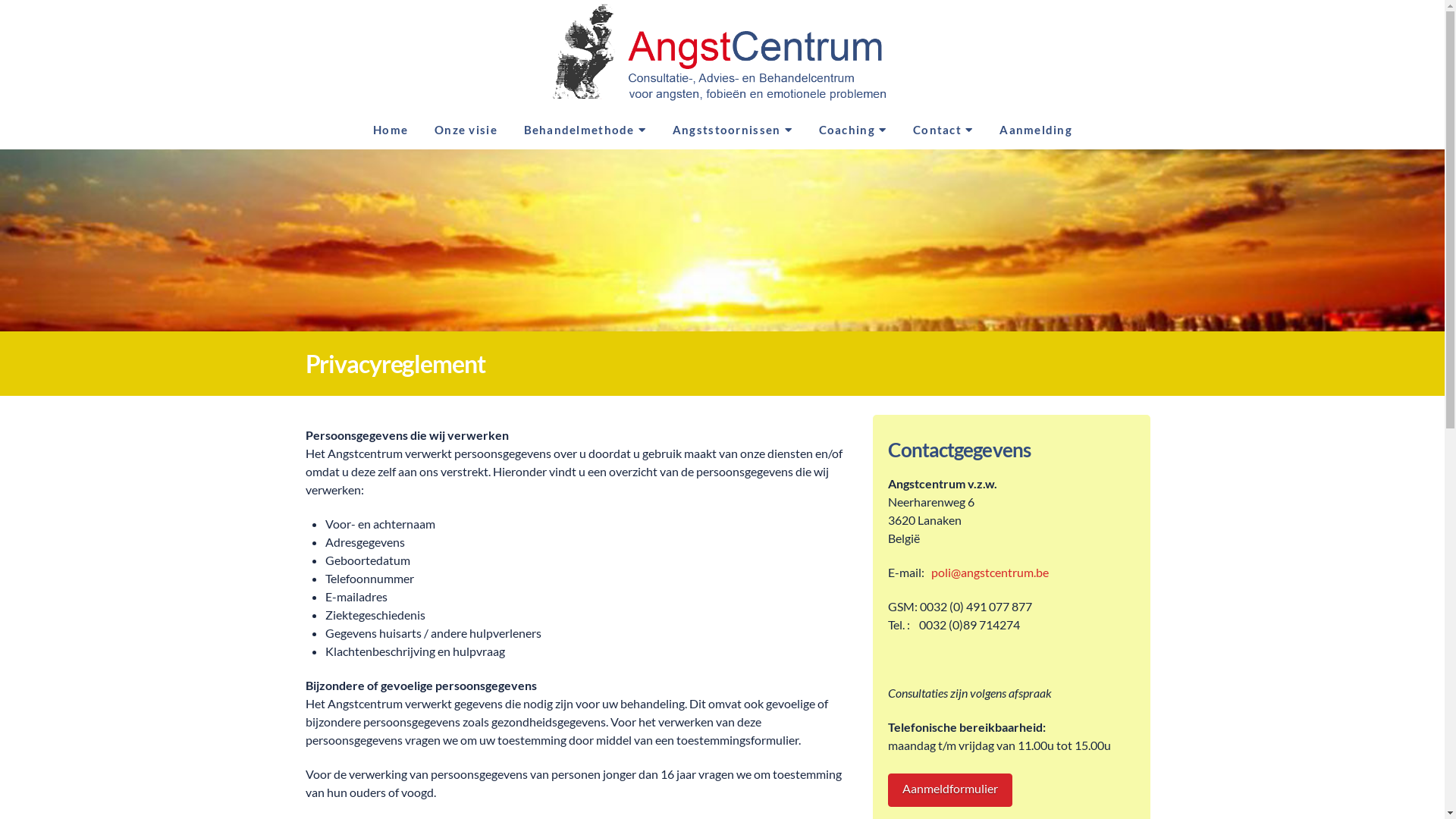 The width and height of the screenshot is (1456, 819). I want to click on 'Contact', so click(942, 131).